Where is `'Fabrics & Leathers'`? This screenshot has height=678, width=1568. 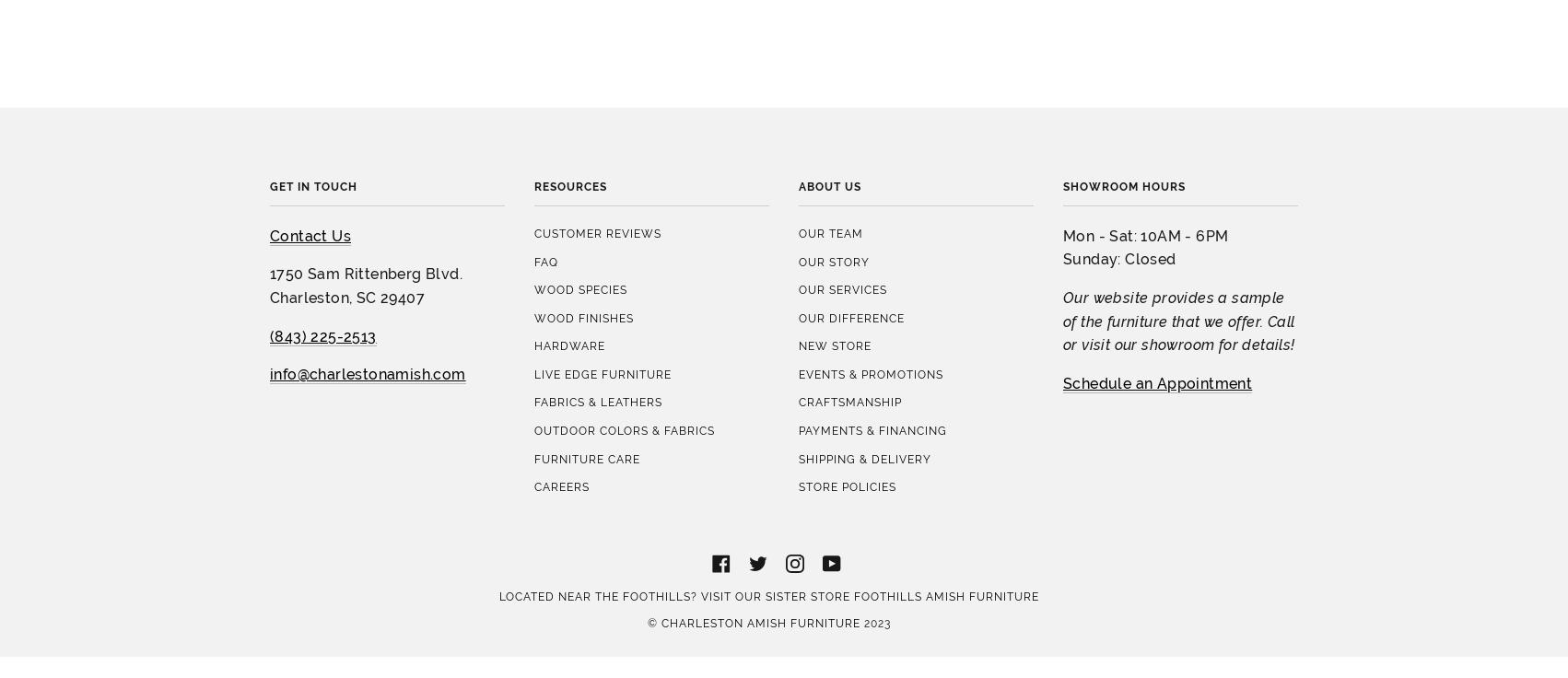
'Fabrics & Leathers' is located at coordinates (598, 239).